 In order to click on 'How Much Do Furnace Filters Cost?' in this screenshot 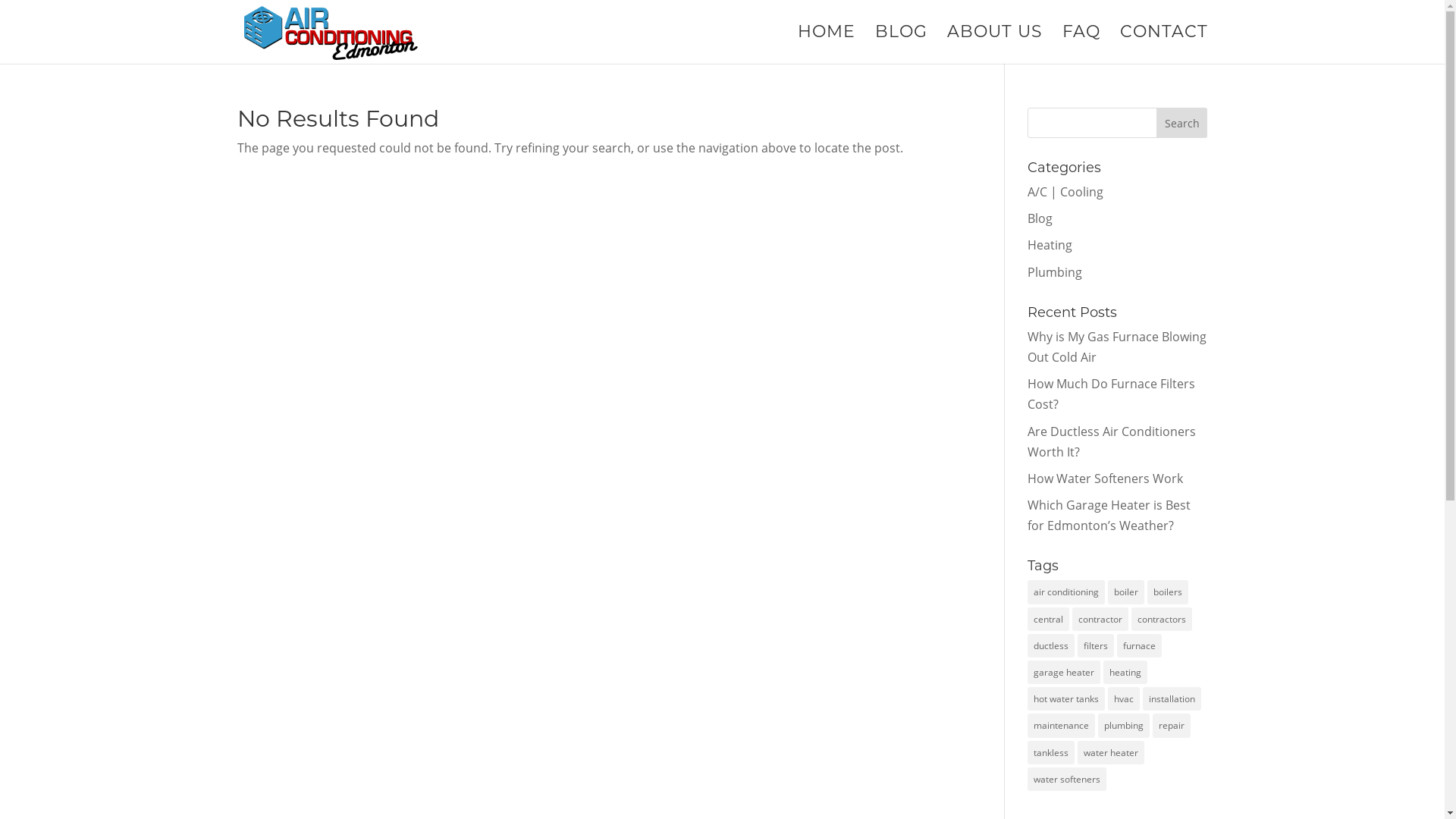, I will do `click(1111, 393)`.